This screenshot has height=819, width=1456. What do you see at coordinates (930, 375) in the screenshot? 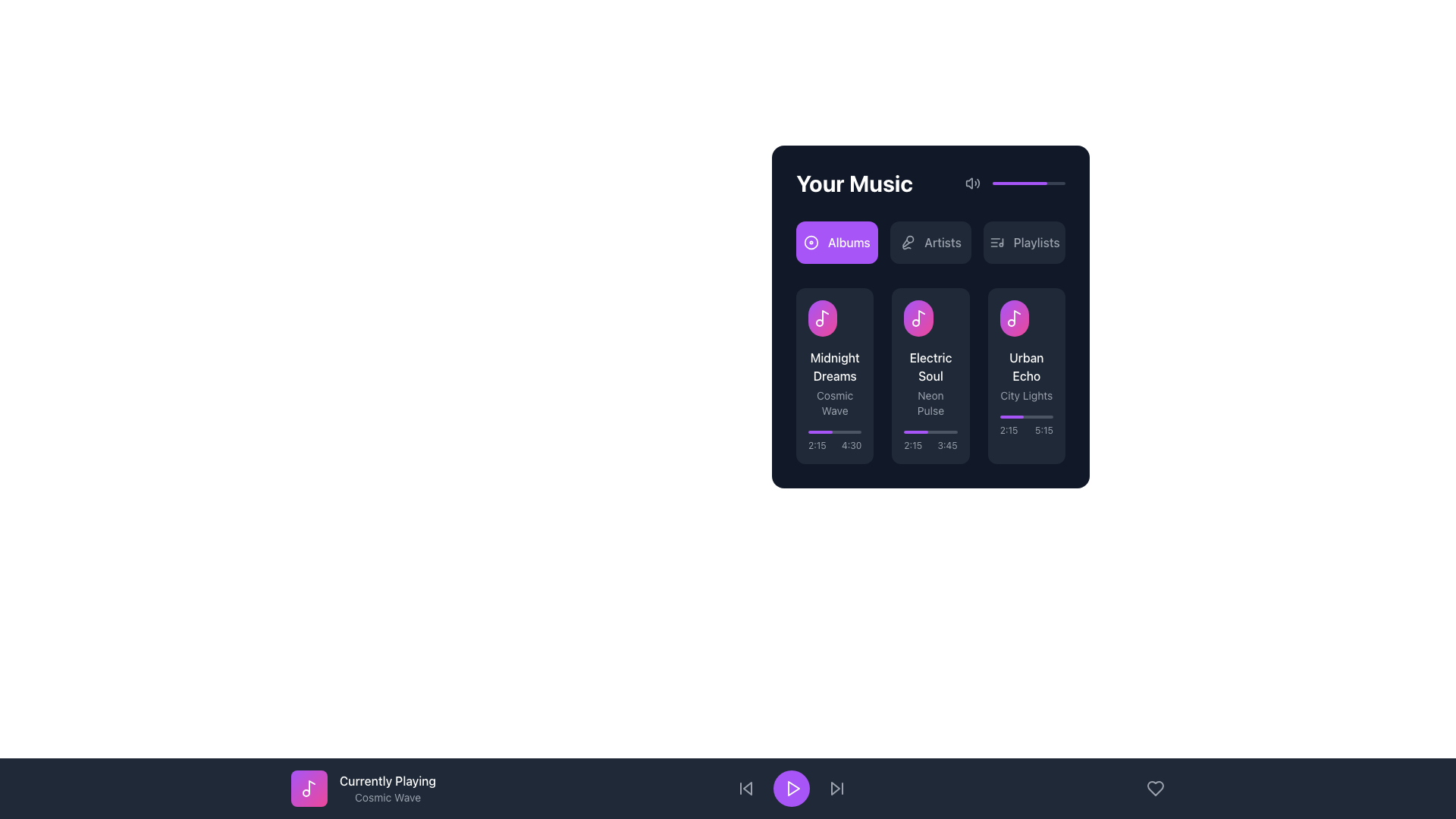
I see `the music track card representing 'Electric Soul'` at bounding box center [930, 375].